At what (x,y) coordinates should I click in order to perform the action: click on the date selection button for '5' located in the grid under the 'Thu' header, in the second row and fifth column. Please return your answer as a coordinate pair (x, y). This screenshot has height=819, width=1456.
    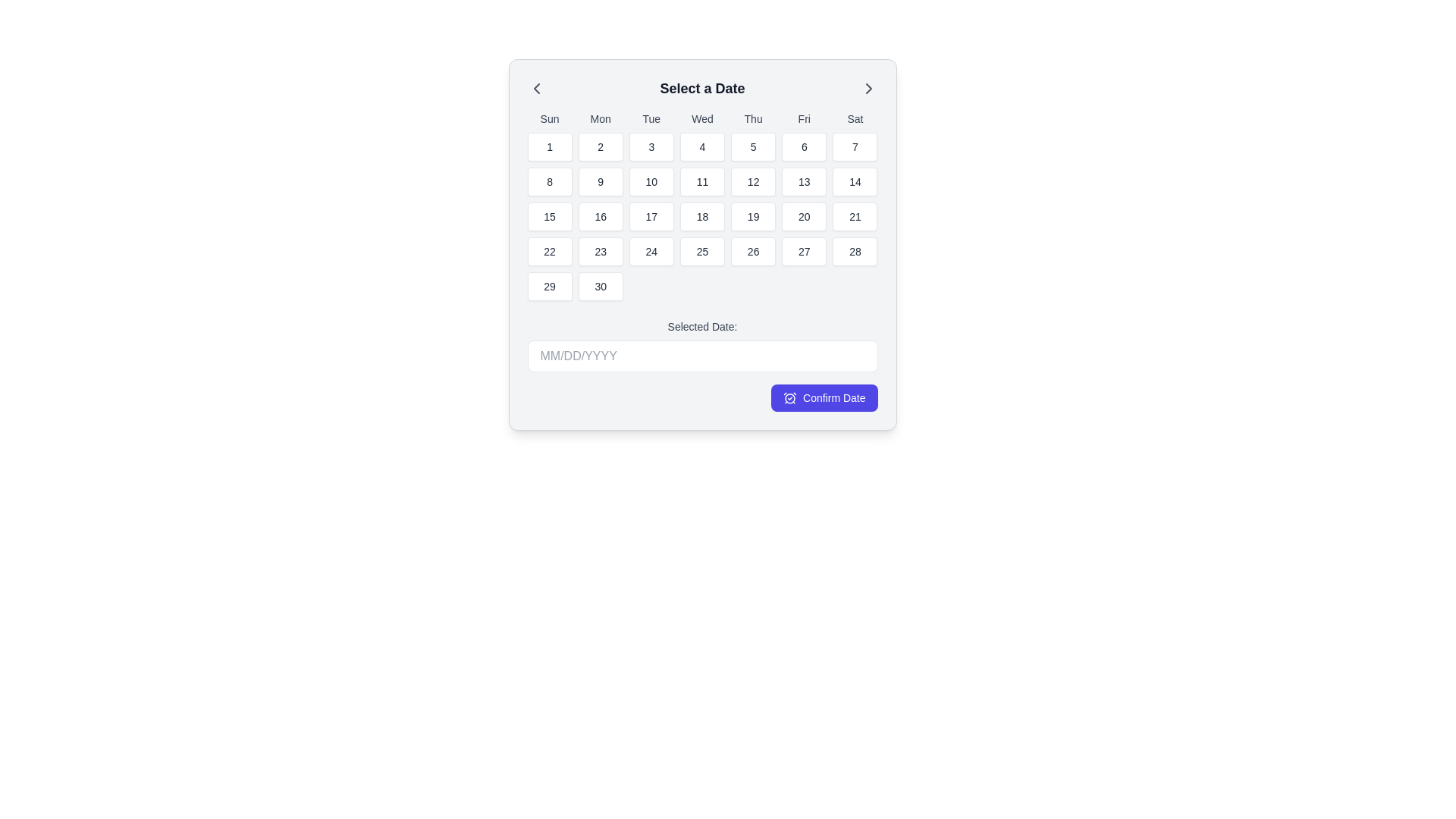
    Looking at the image, I should click on (753, 146).